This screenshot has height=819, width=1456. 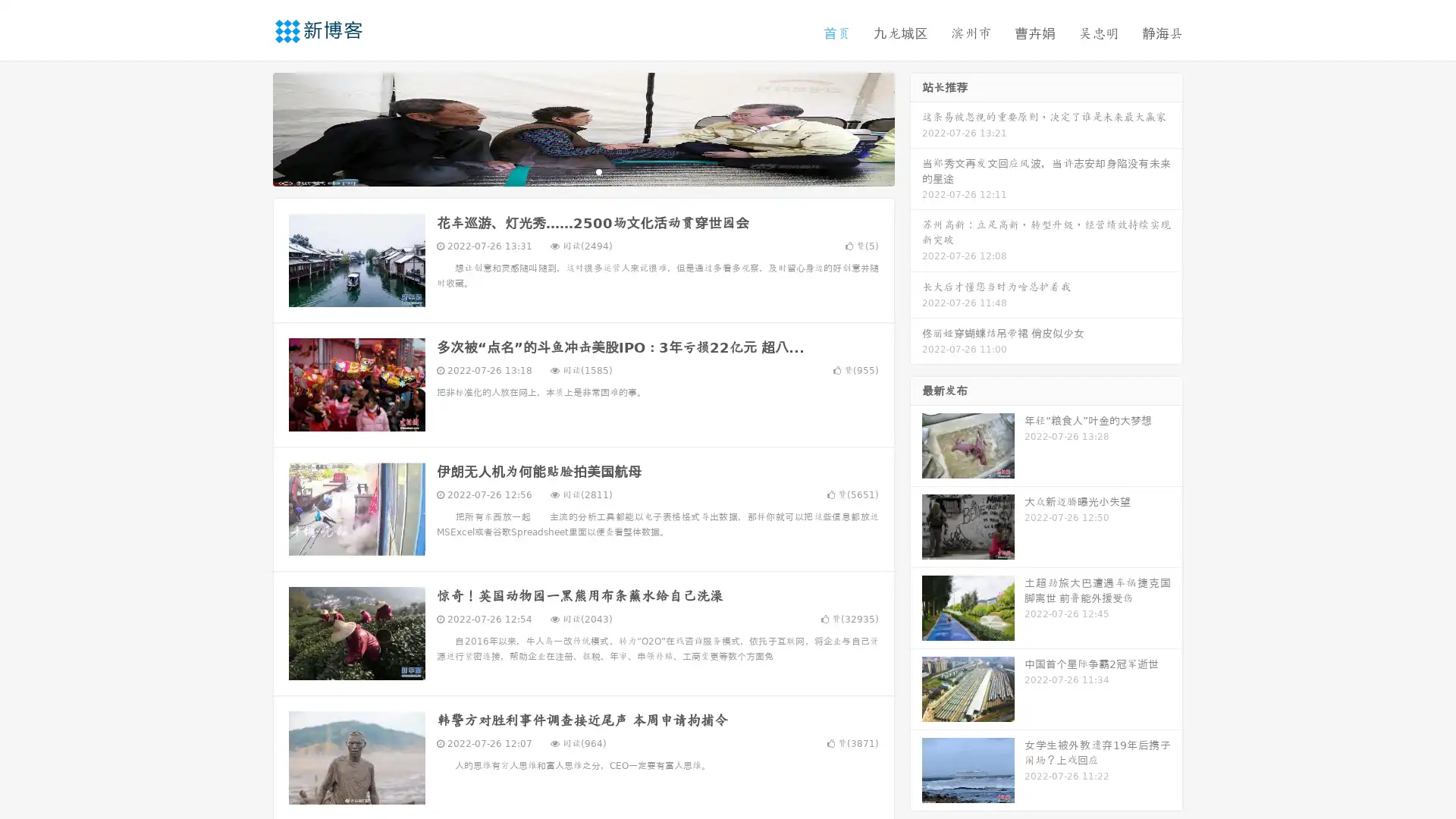 I want to click on Next slide, so click(x=916, y=127).